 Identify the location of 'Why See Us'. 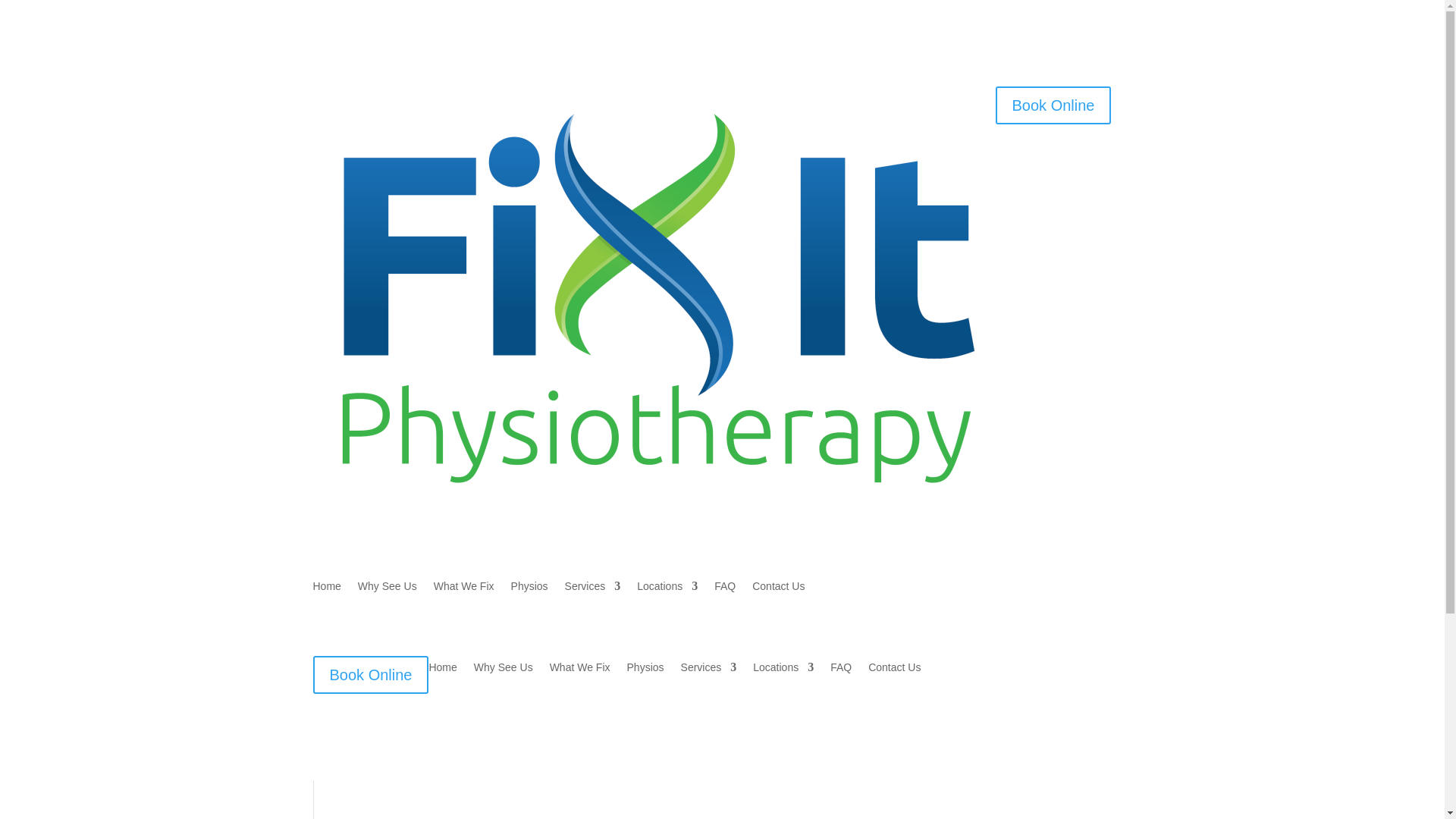
(387, 588).